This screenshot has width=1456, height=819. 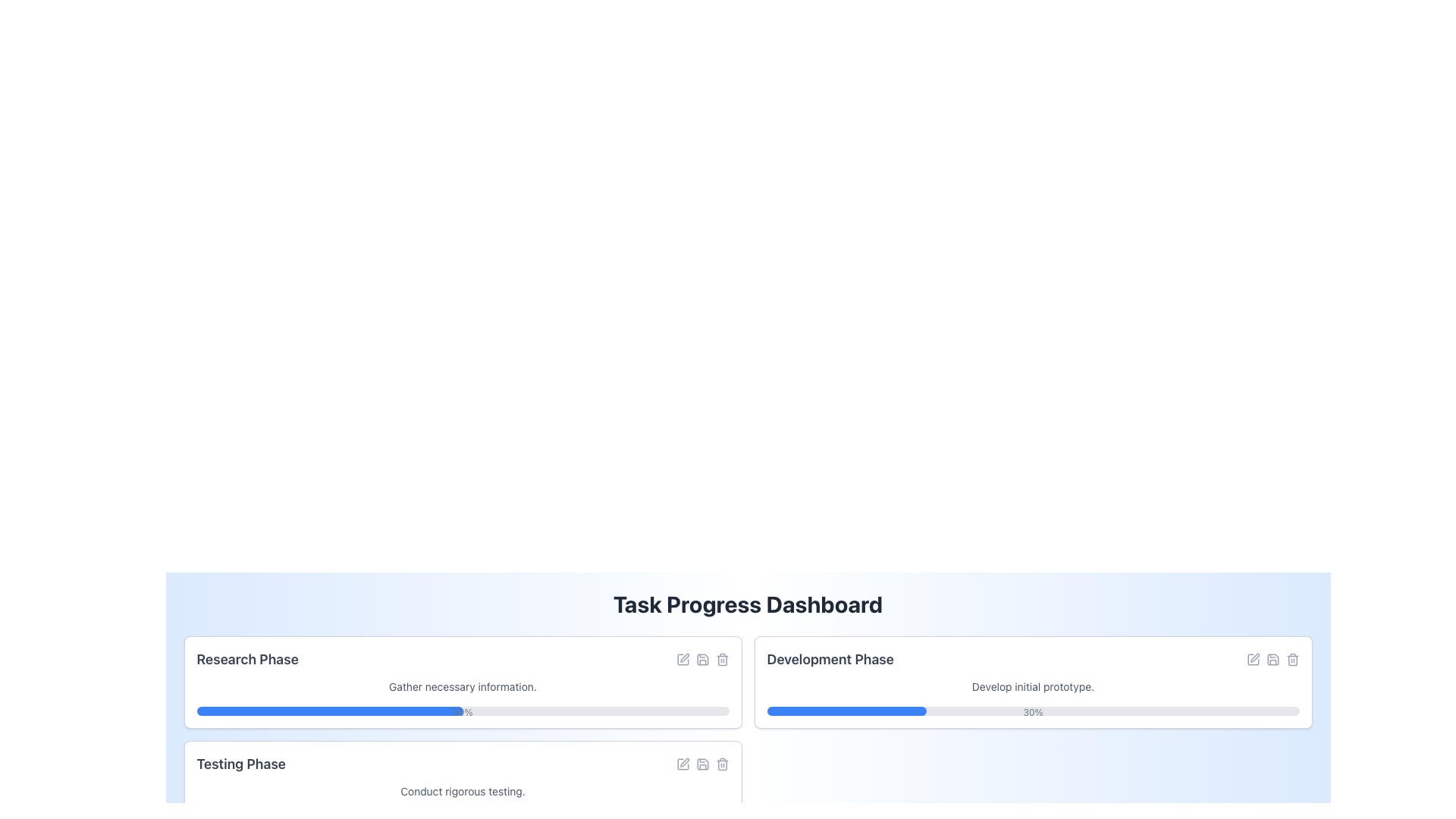 What do you see at coordinates (462, 791) in the screenshot?
I see `the static text element displaying 'Conduct rigorous testing.' located below the heading 'Testing Phase' in the task progress dashboard` at bounding box center [462, 791].